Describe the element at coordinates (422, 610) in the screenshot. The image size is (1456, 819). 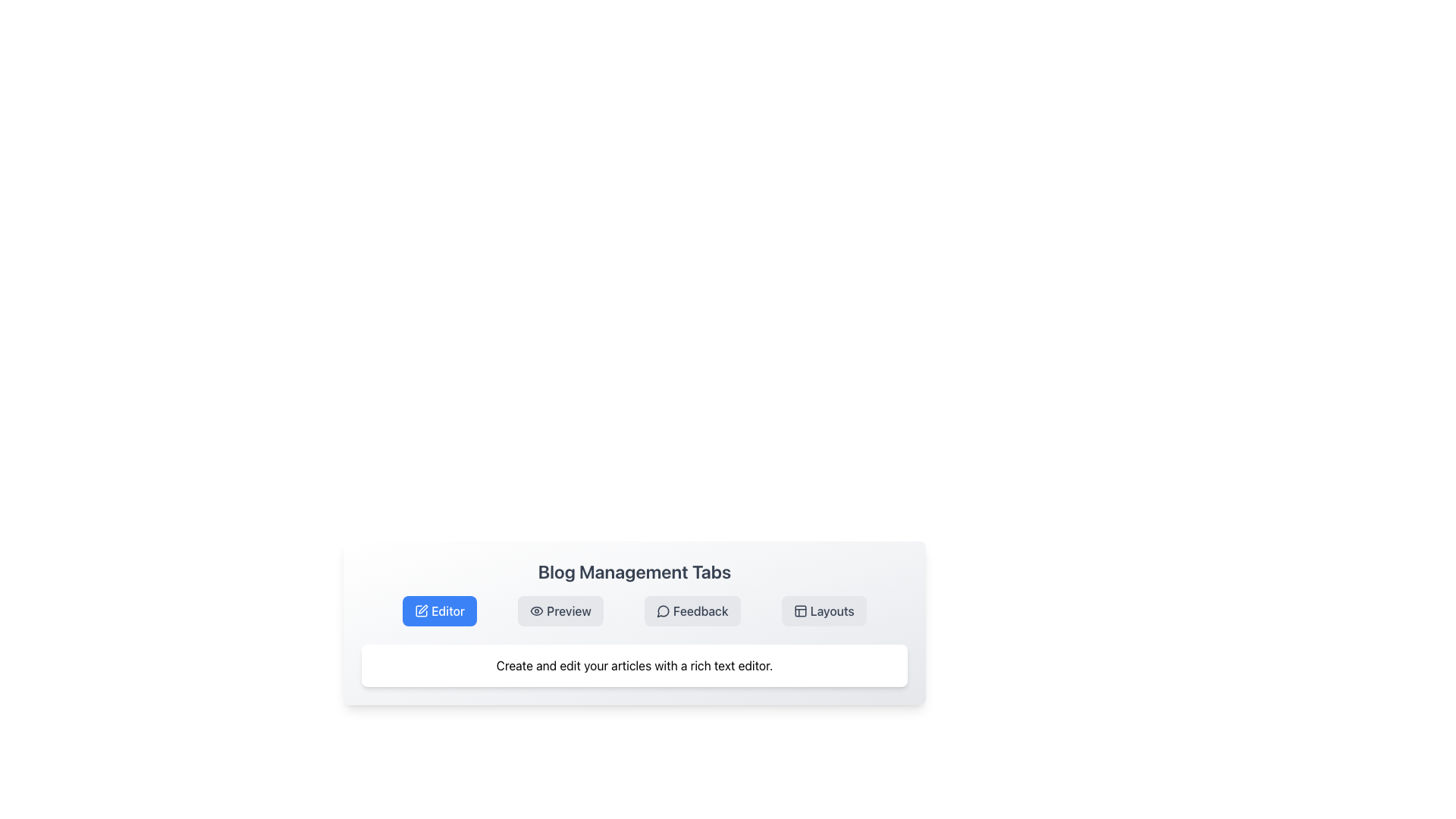
I see `the graphical icon component resembling a square or box within the 'Editor' tab of the interface` at that location.